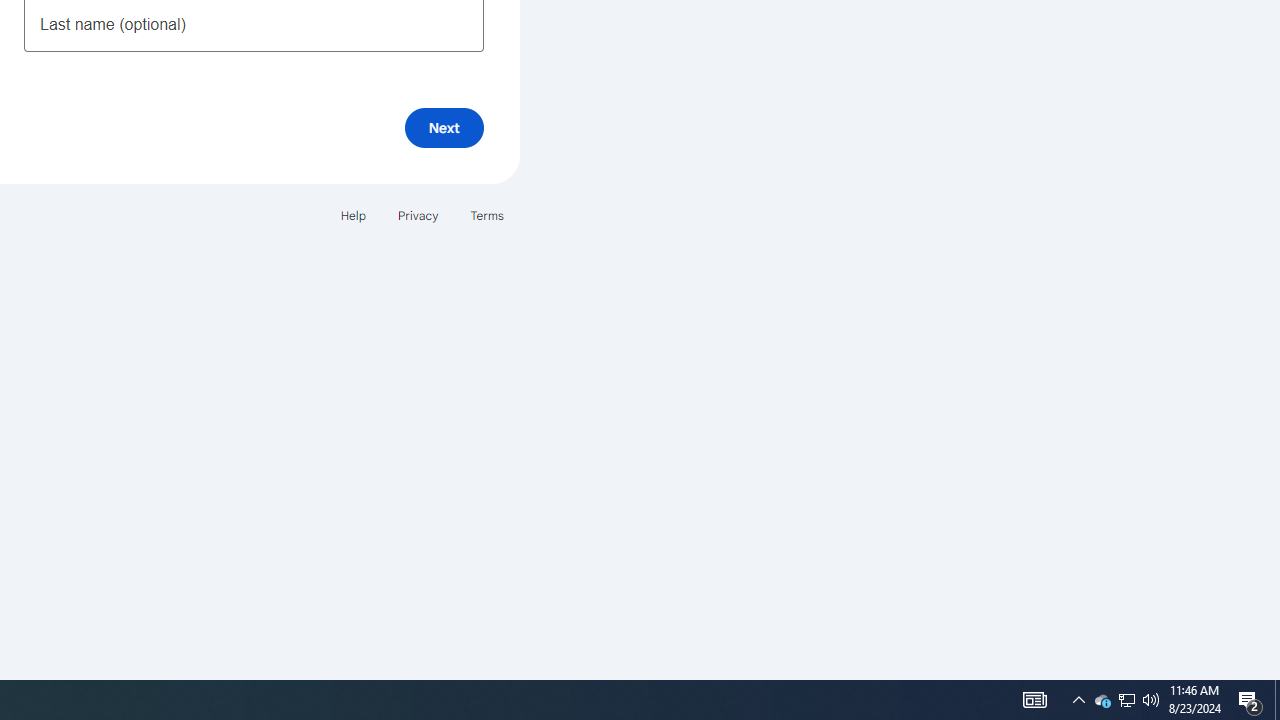 Image resolution: width=1280 pixels, height=720 pixels. What do you see at coordinates (416, 215) in the screenshot?
I see `'Privacy'` at bounding box center [416, 215].